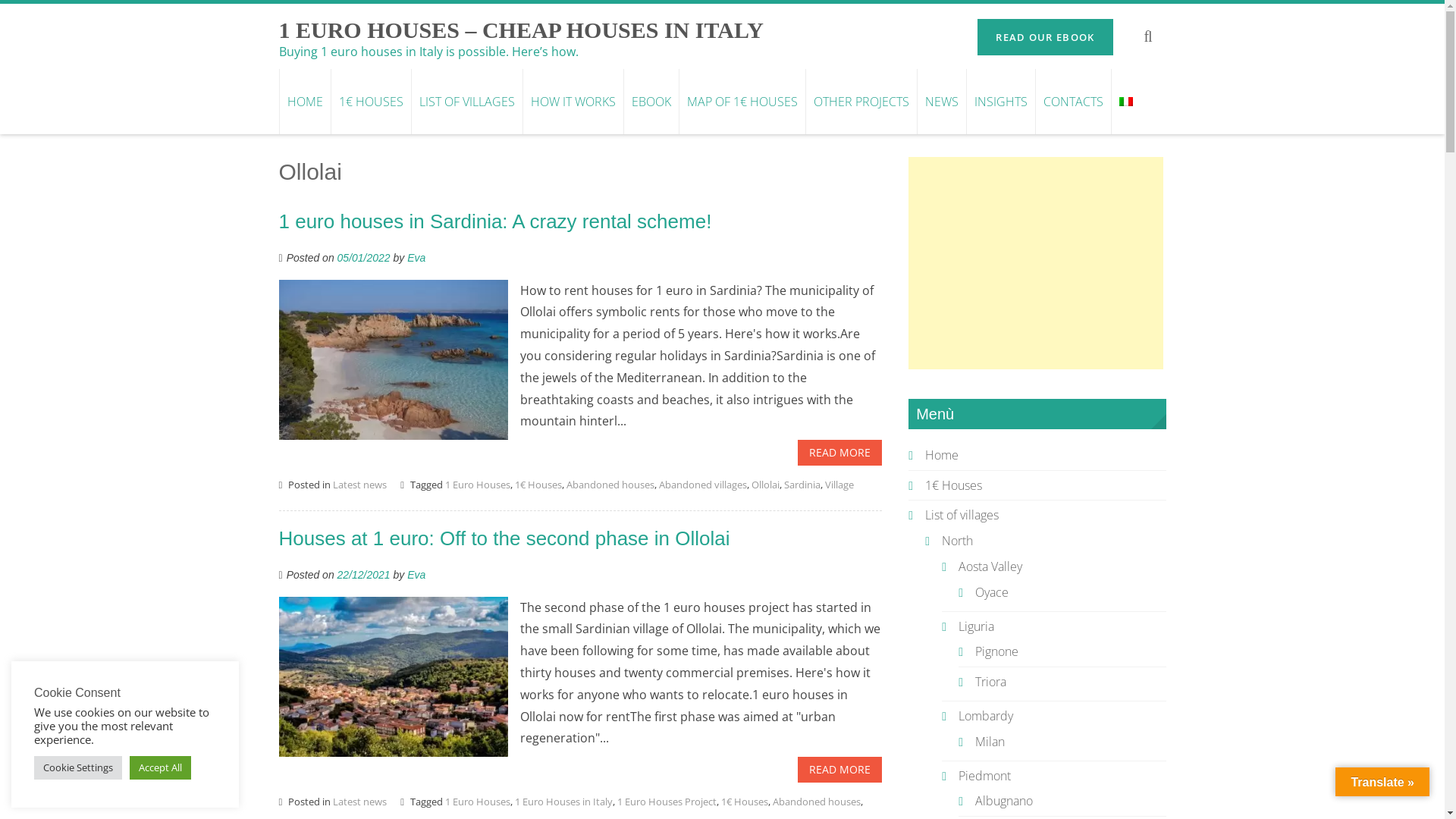 The image size is (1456, 819). What do you see at coordinates (957, 775) in the screenshot?
I see `'Piedmont'` at bounding box center [957, 775].